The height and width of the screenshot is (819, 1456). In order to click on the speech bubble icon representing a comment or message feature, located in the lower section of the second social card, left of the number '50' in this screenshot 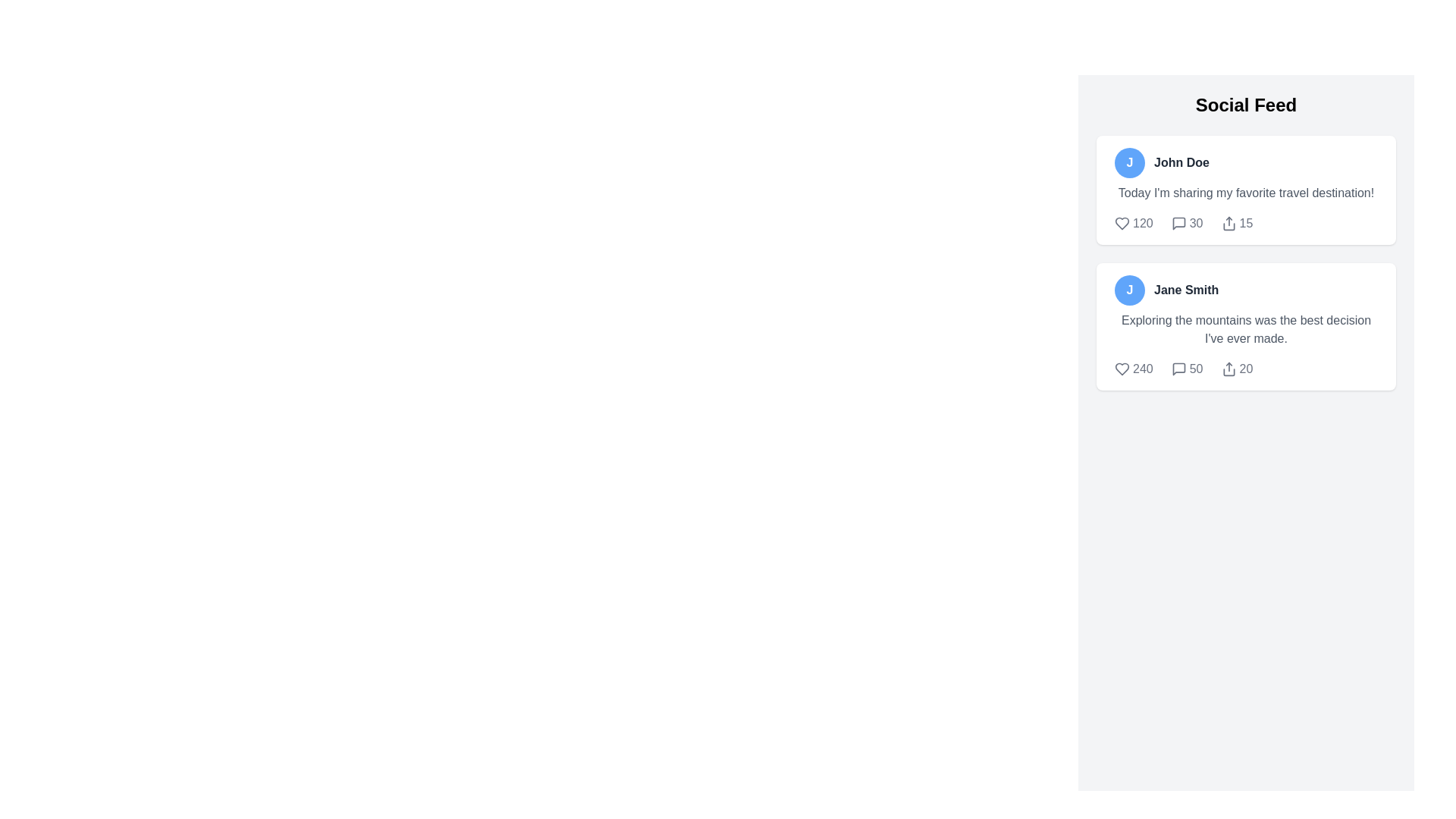, I will do `click(1178, 369)`.